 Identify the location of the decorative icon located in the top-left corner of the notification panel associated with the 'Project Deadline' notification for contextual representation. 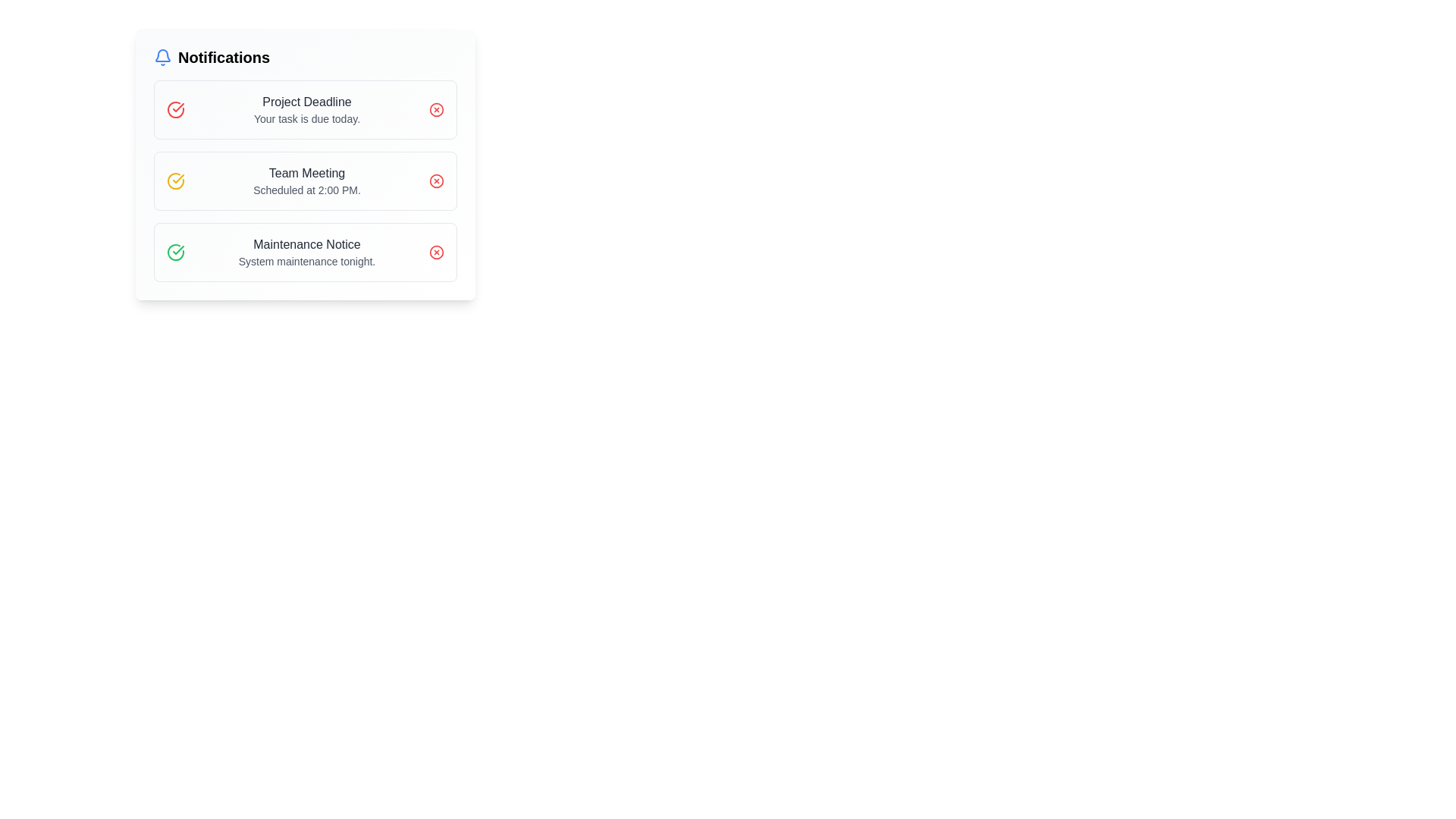
(178, 107).